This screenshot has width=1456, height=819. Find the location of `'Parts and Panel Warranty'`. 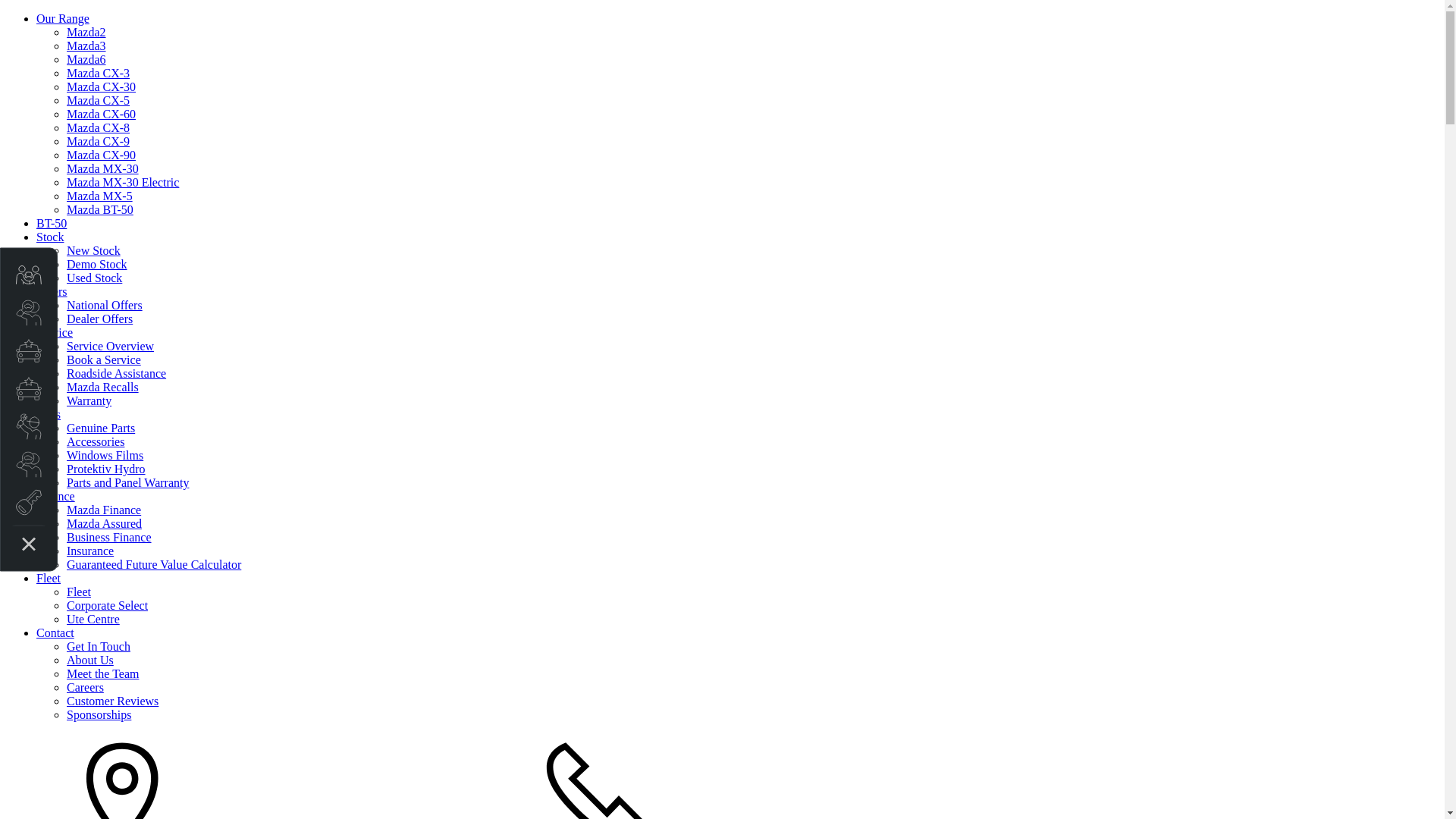

'Parts and Panel Warranty' is located at coordinates (127, 482).